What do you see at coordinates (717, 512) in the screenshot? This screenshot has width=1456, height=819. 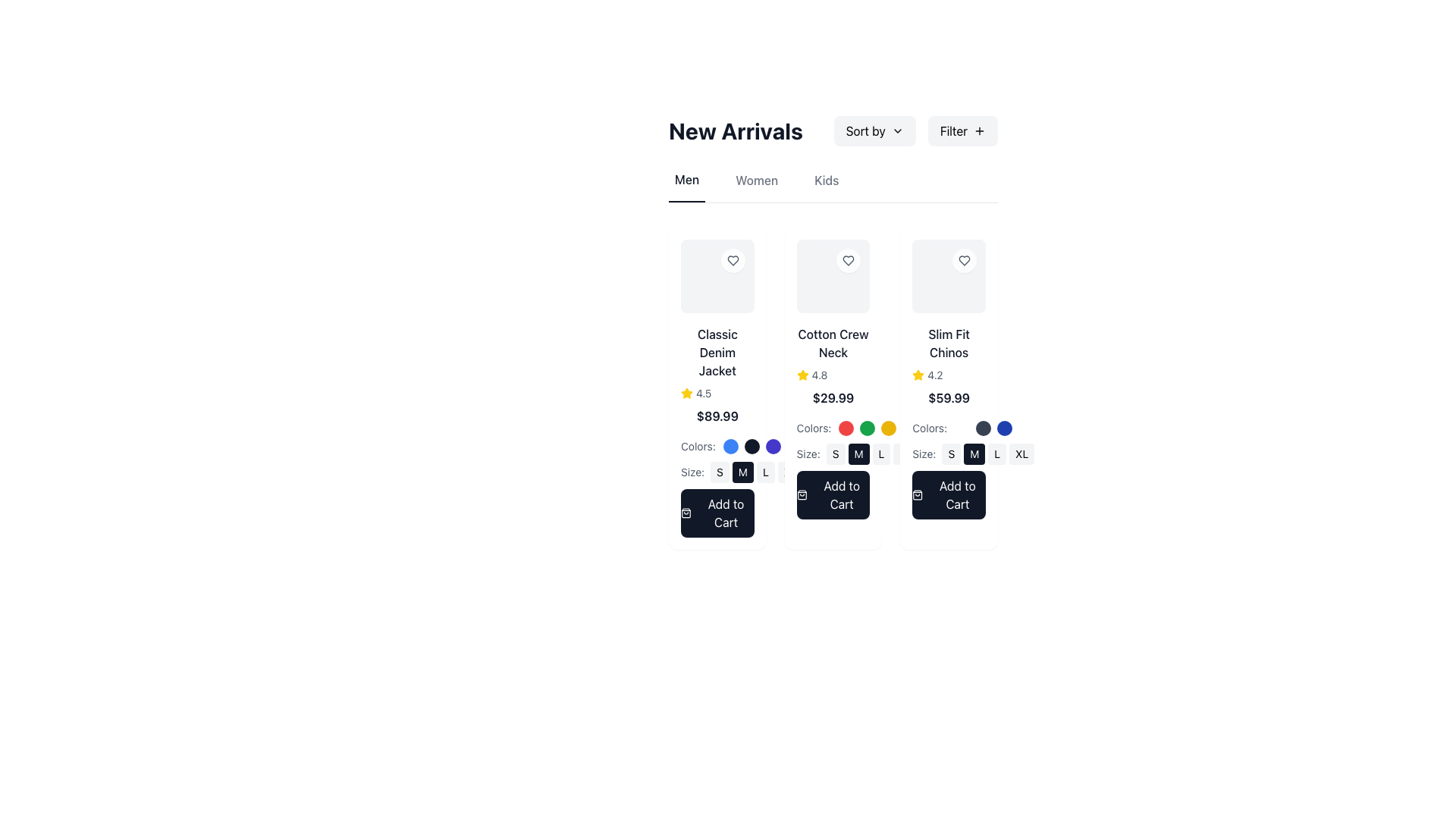 I see `the 'Add to Cart' button for the product 'Classic Denim Jacket', which is a dark navy rectangular button with white text and a shopping bag icon` at bounding box center [717, 512].